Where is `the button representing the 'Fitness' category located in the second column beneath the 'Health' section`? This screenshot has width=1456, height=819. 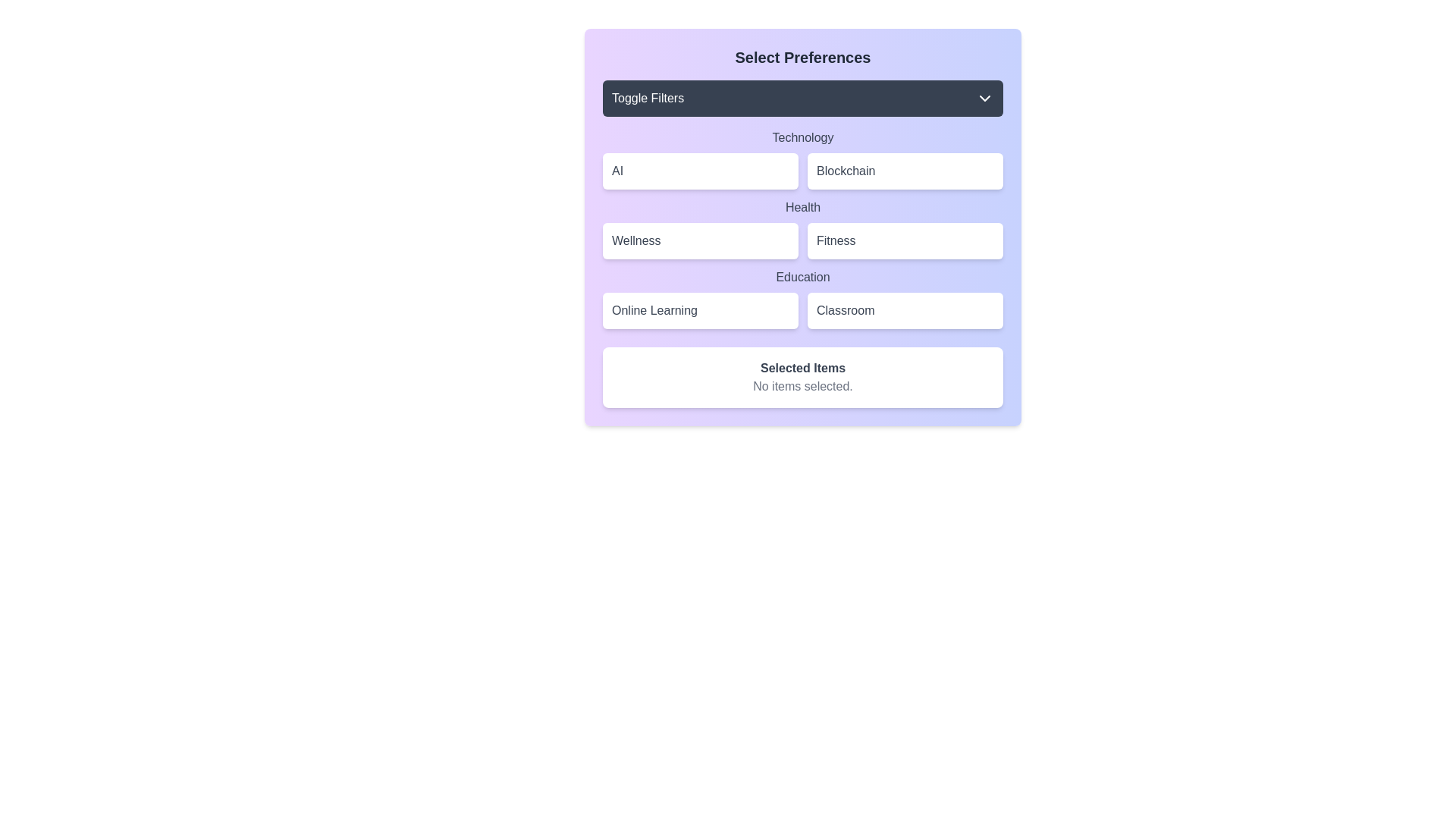 the button representing the 'Fitness' category located in the second column beneath the 'Health' section is located at coordinates (905, 240).